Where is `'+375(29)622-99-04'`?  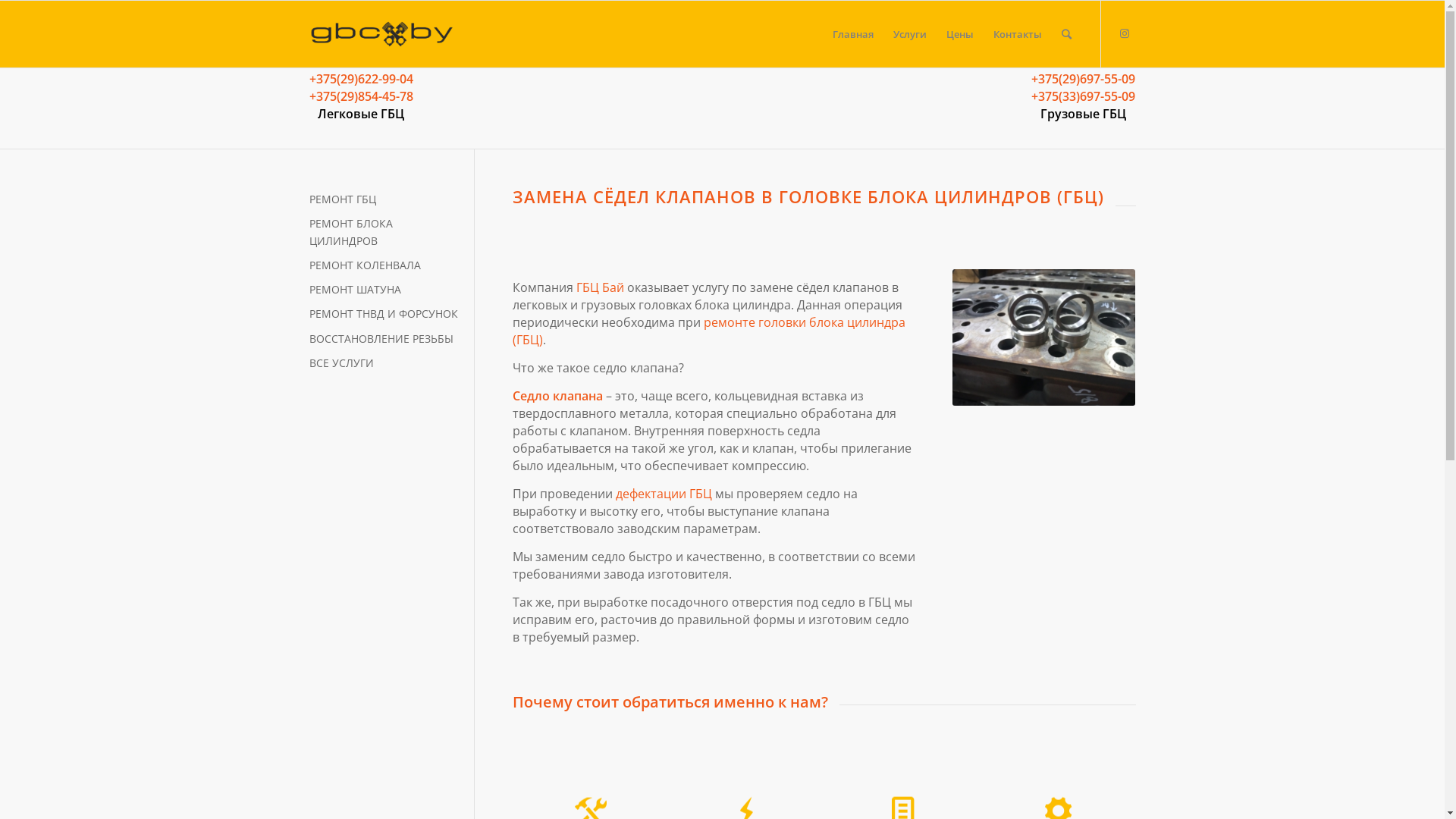
'+375(29)622-99-04' is located at coordinates (360, 79).